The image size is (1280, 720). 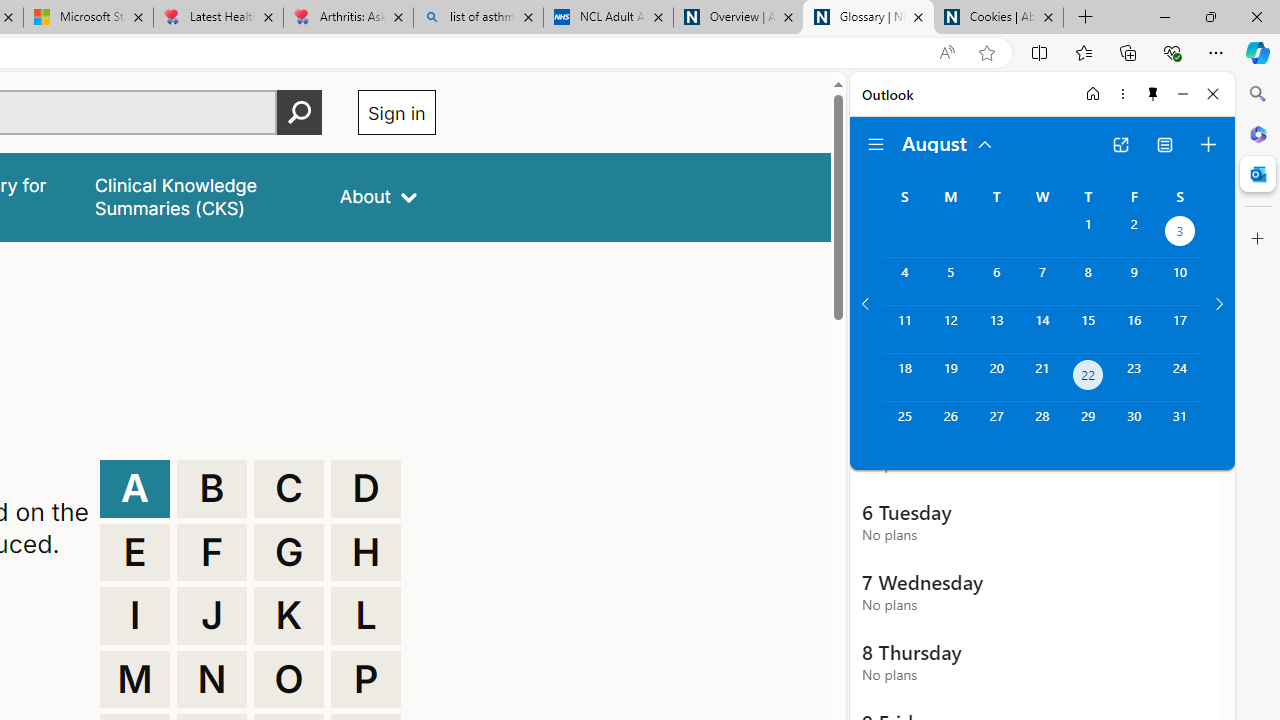 What do you see at coordinates (212, 678) in the screenshot?
I see `'N'` at bounding box center [212, 678].